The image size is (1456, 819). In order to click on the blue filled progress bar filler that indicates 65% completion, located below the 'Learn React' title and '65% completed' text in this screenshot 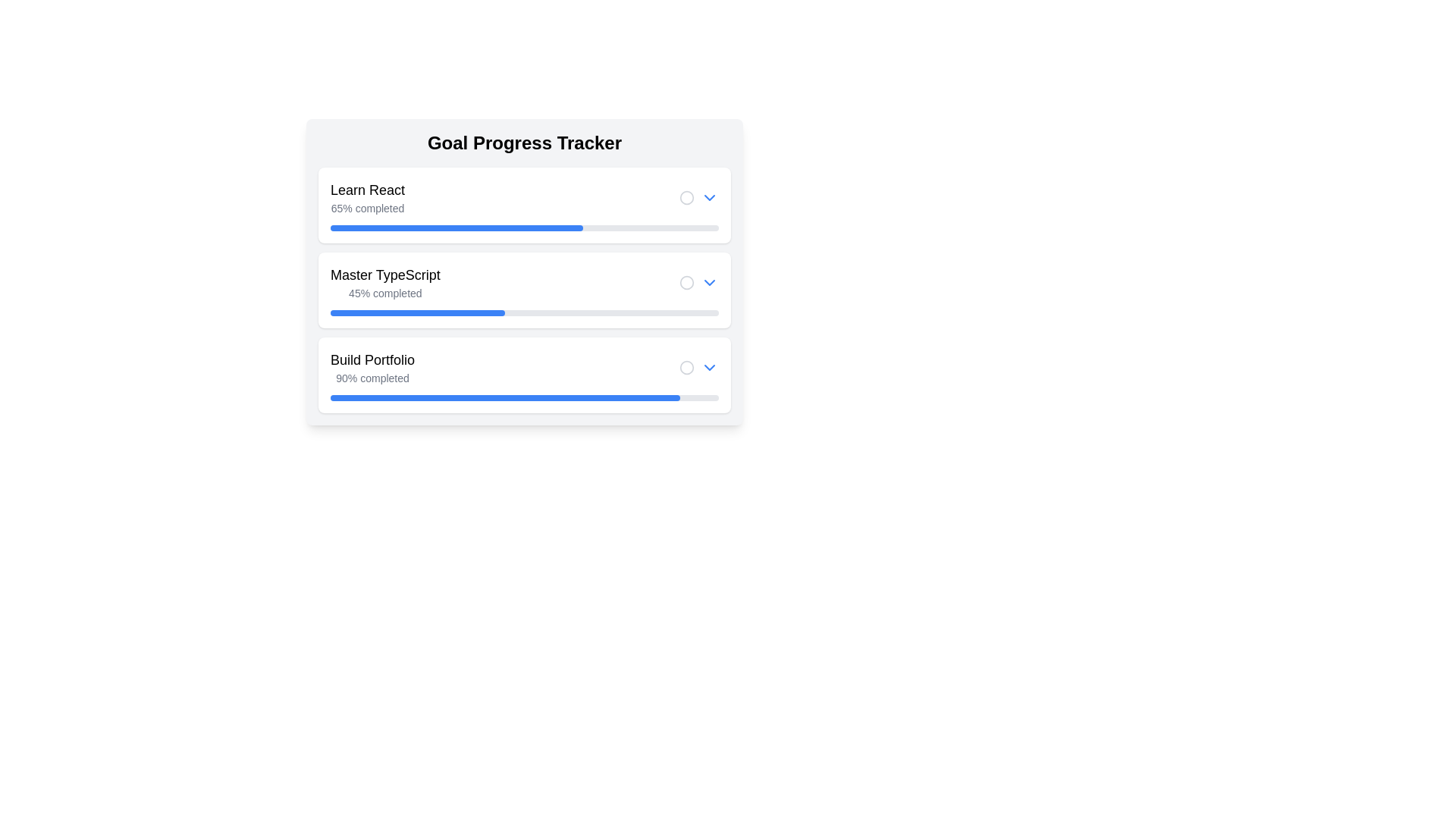, I will do `click(456, 227)`.